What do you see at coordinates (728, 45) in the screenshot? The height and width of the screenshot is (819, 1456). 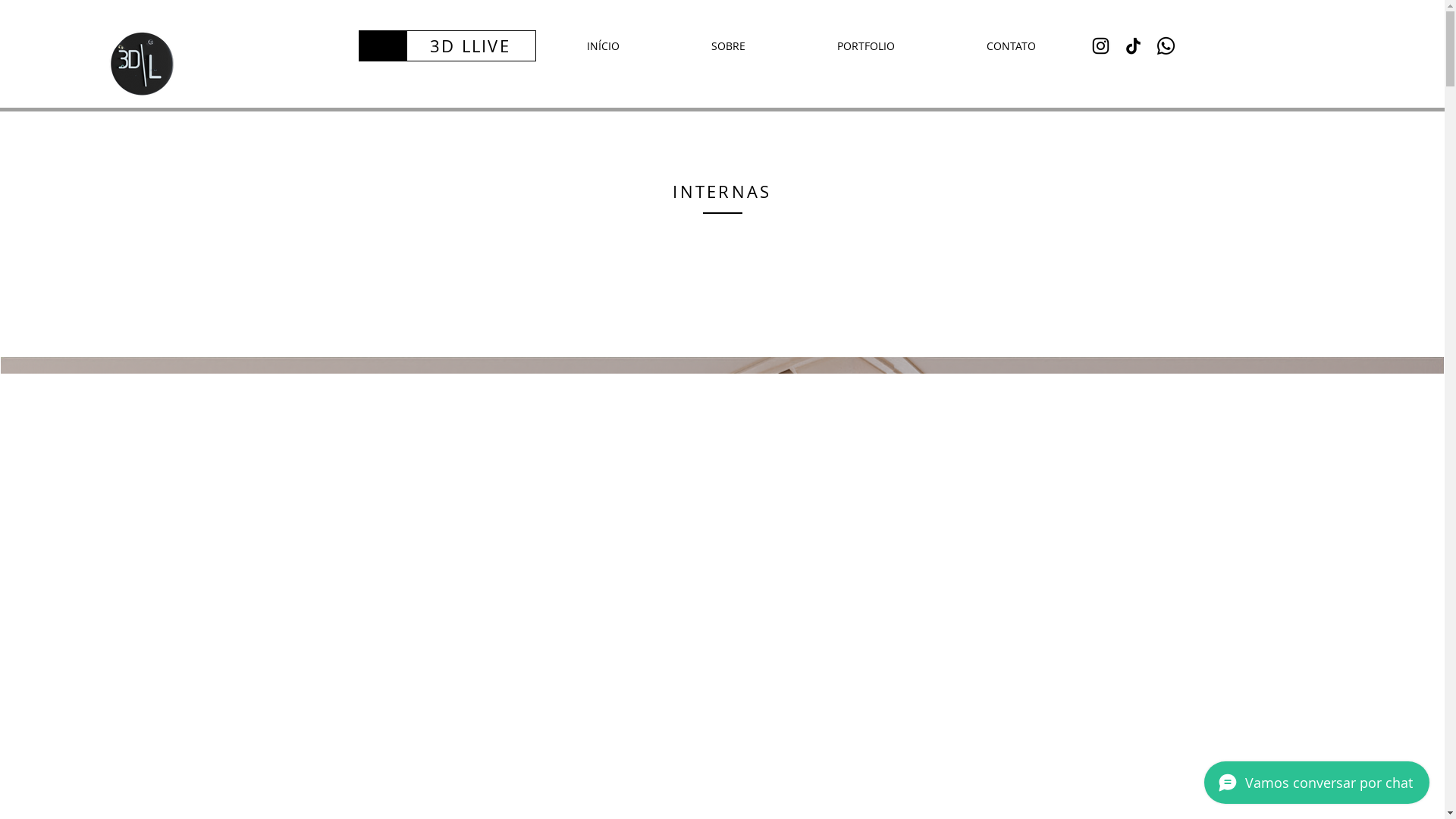 I see `'SOBRE'` at bounding box center [728, 45].